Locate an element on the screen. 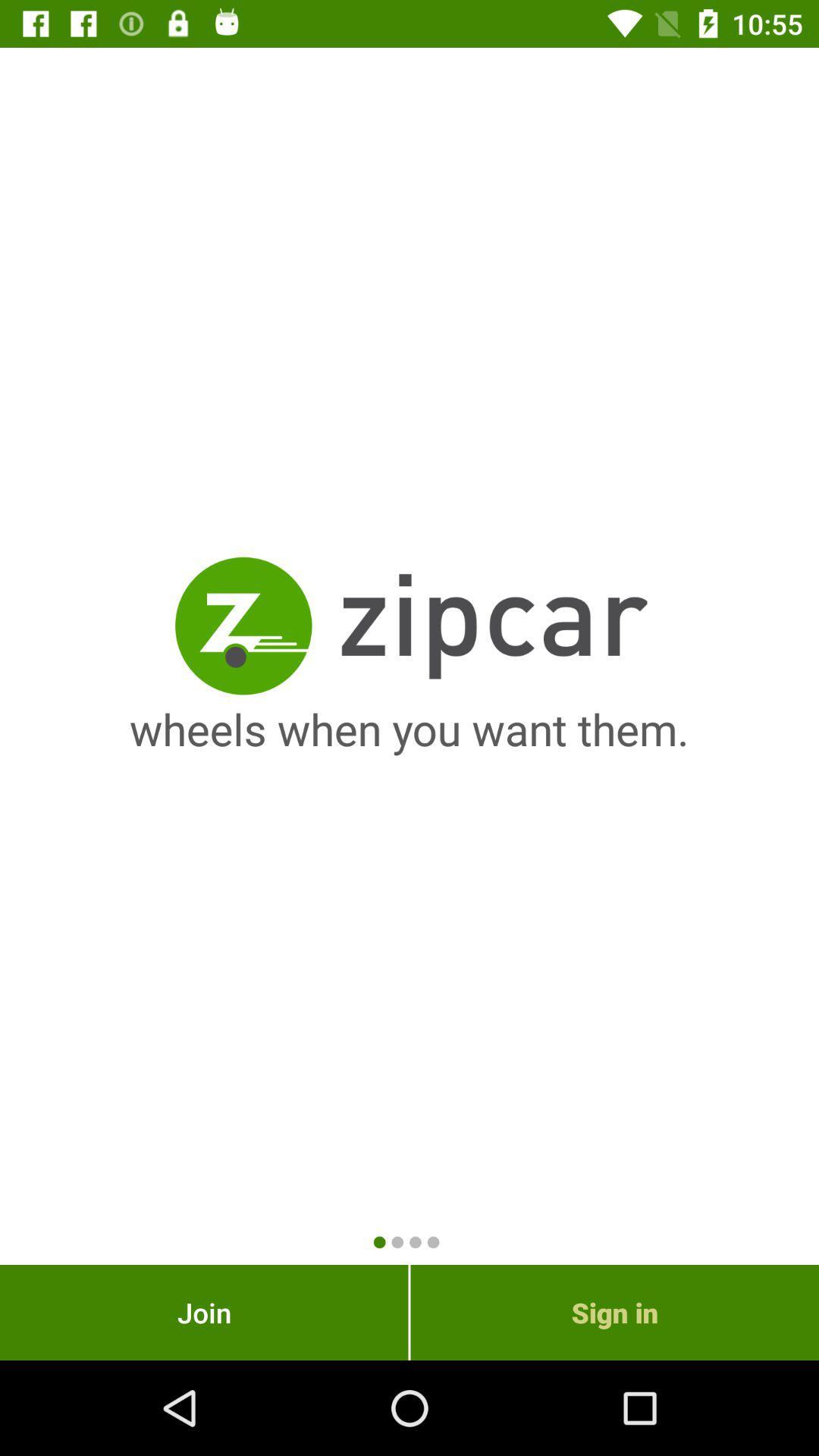  the join icon is located at coordinates (203, 1312).